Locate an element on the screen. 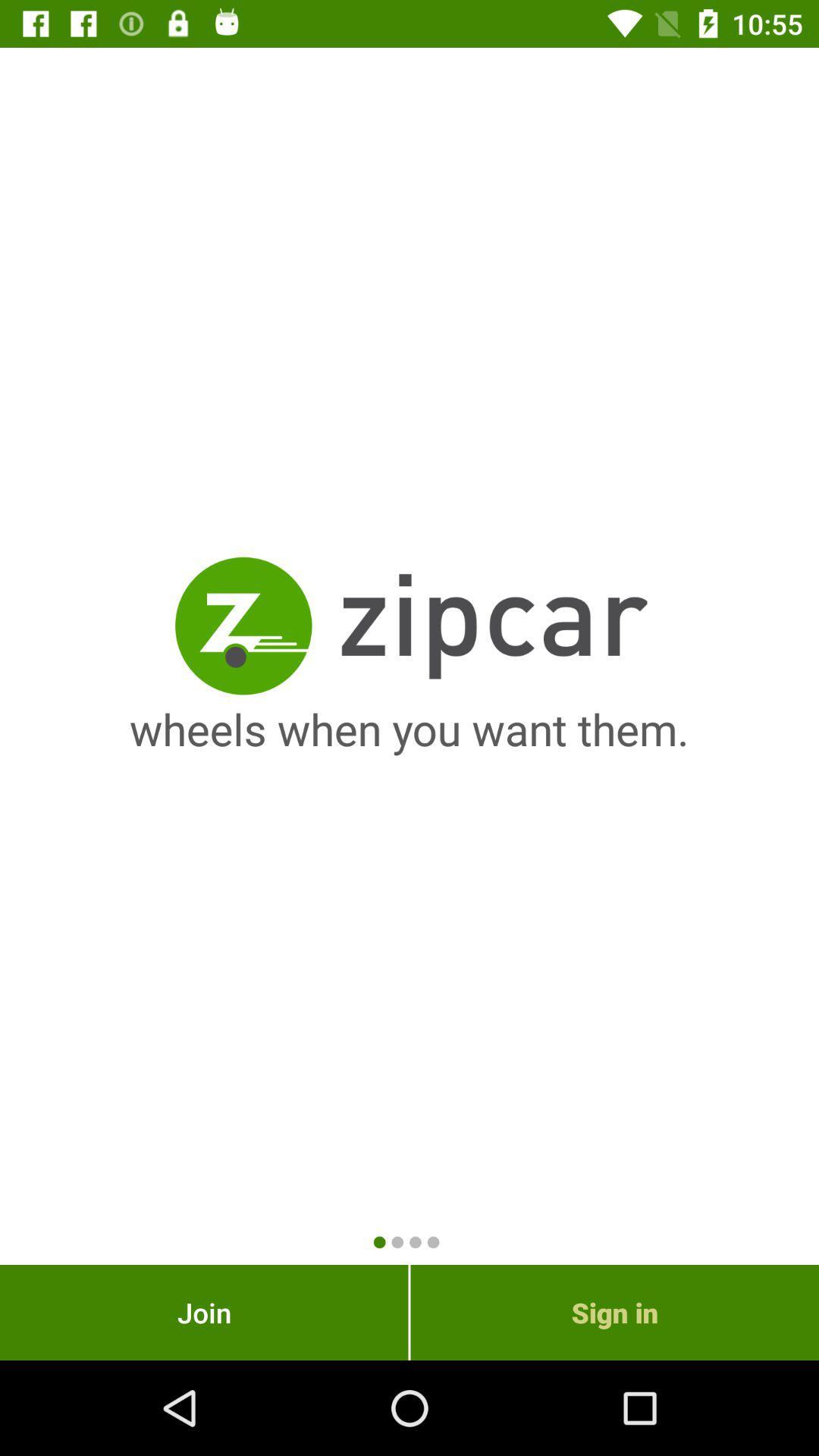  the join icon is located at coordinates (203, 1312).